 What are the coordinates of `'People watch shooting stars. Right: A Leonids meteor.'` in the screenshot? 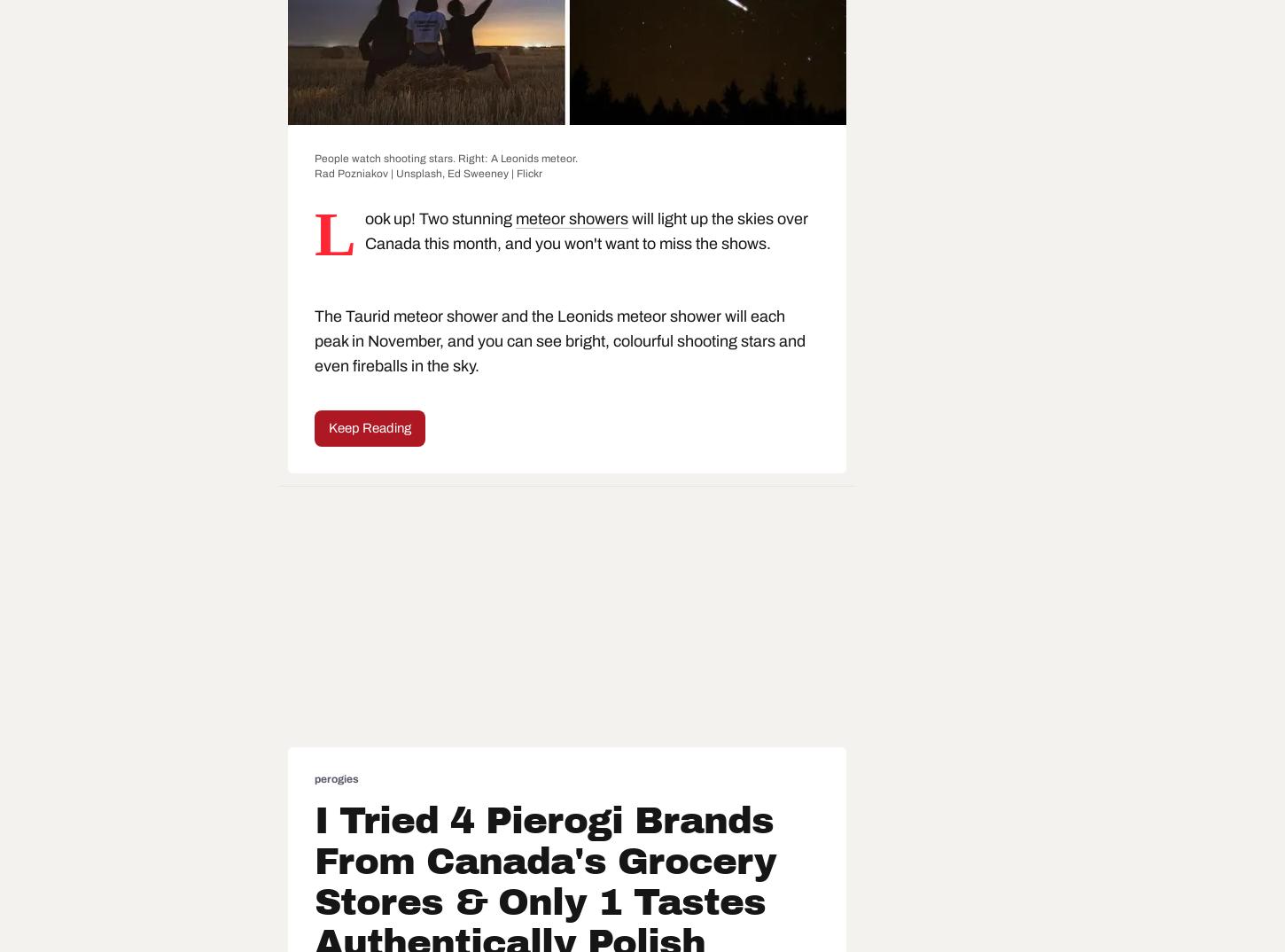 It's located at (446, 159).